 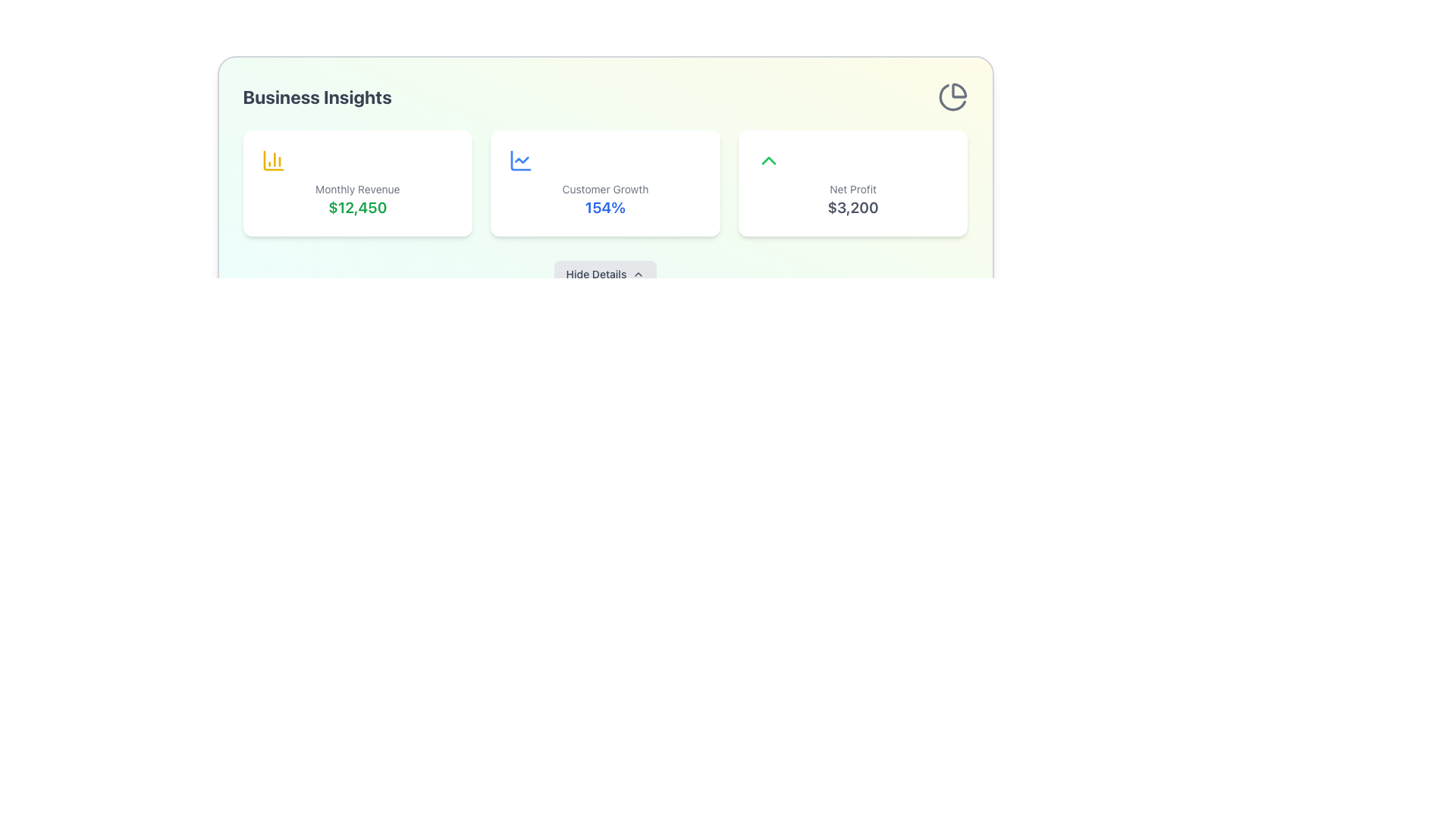 What do you see at coordinates (604, 275) in the screenshot?
I see `the toggle button located centrally in the card-like structure displaying financial metrics to change its background color` at bounding box center [604, 275].